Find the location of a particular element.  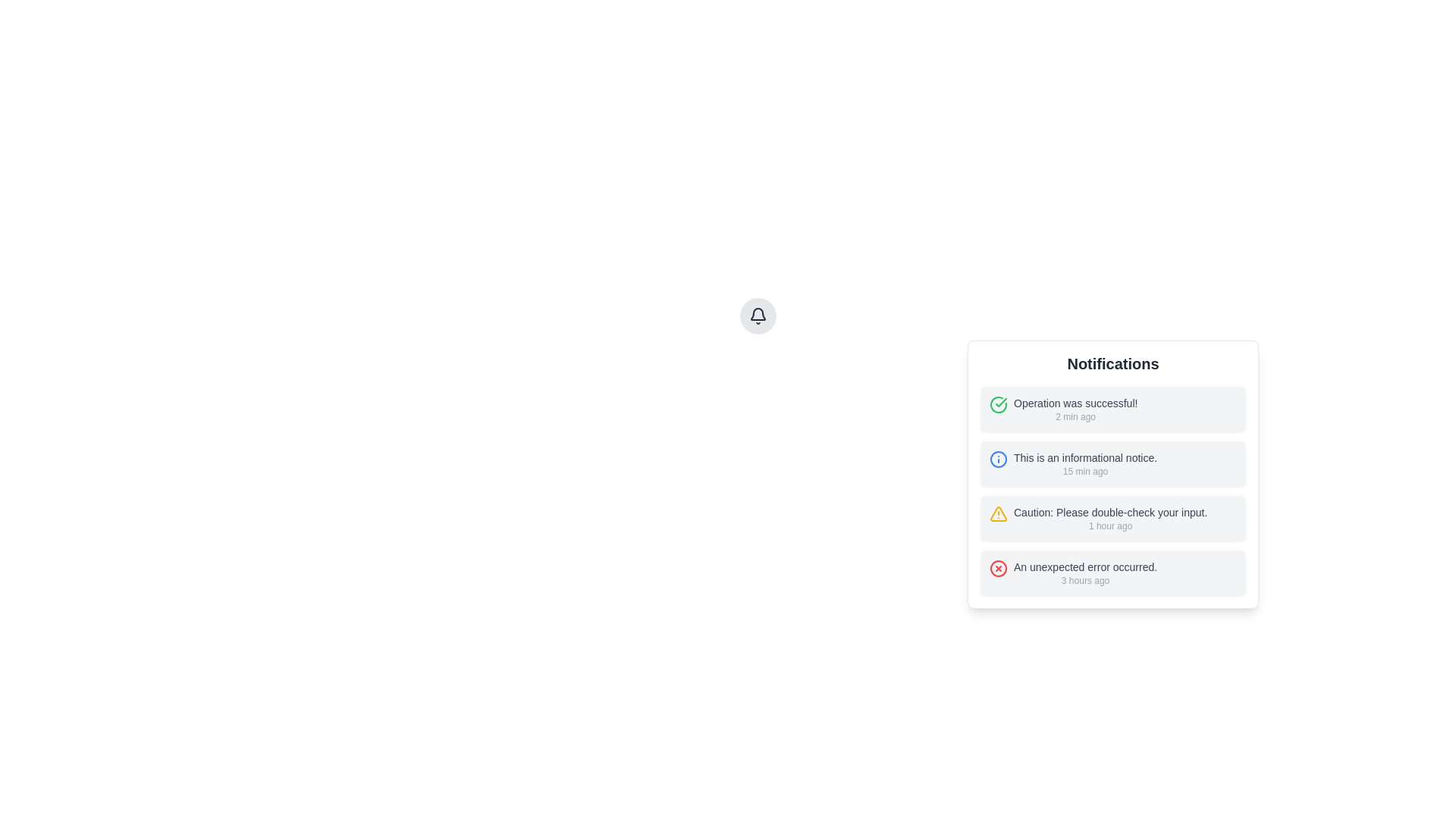

the green circular icon with a checkmark inside, which indicates a completed state, located within the notification card that reads 'Operation was successful! 2 min ago.' is located at coordinates (998, 403).